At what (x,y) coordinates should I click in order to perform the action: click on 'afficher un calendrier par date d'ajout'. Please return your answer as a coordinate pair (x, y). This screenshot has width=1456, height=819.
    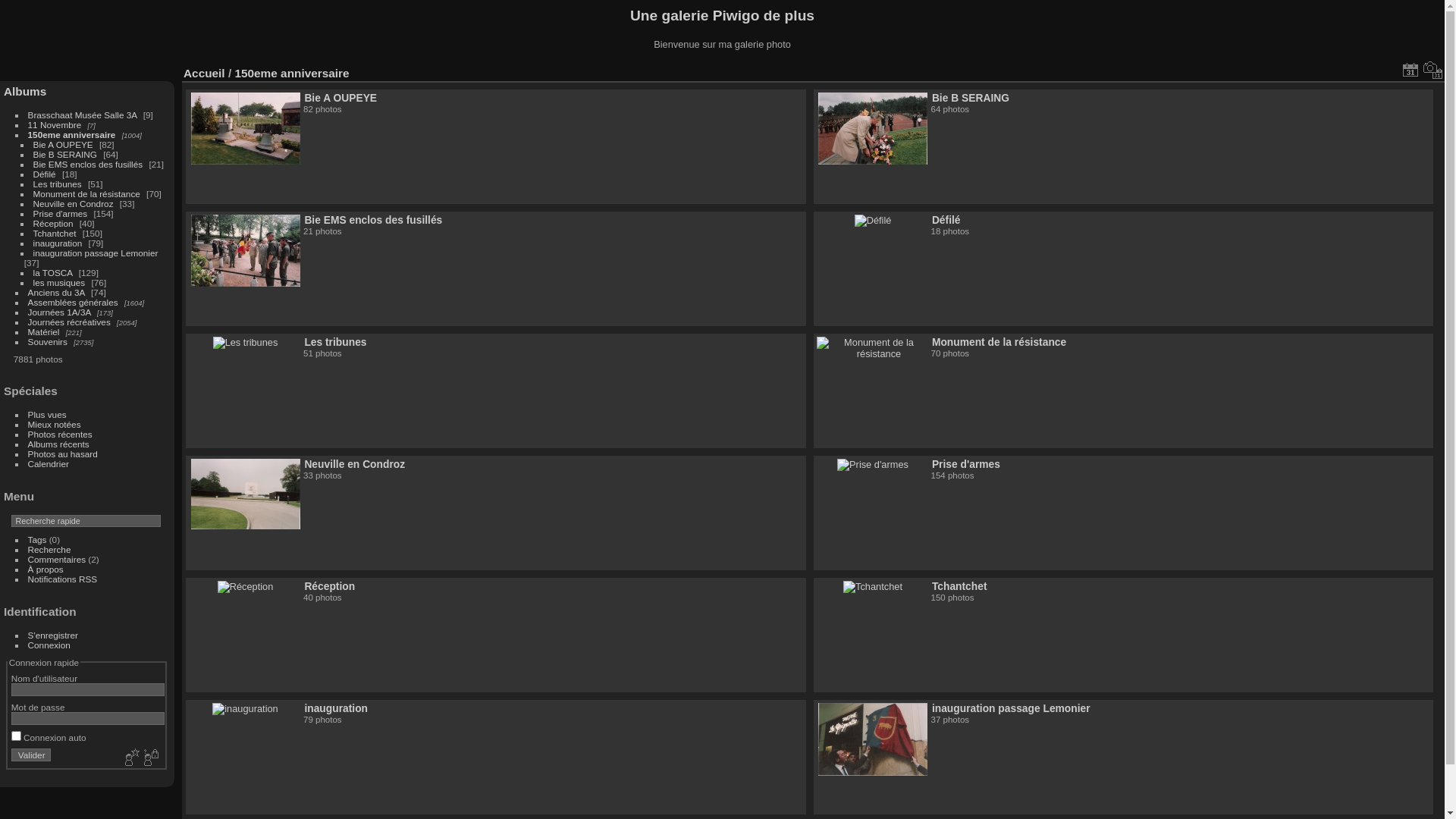
    Looking at the image, I should click on (1410, 70).